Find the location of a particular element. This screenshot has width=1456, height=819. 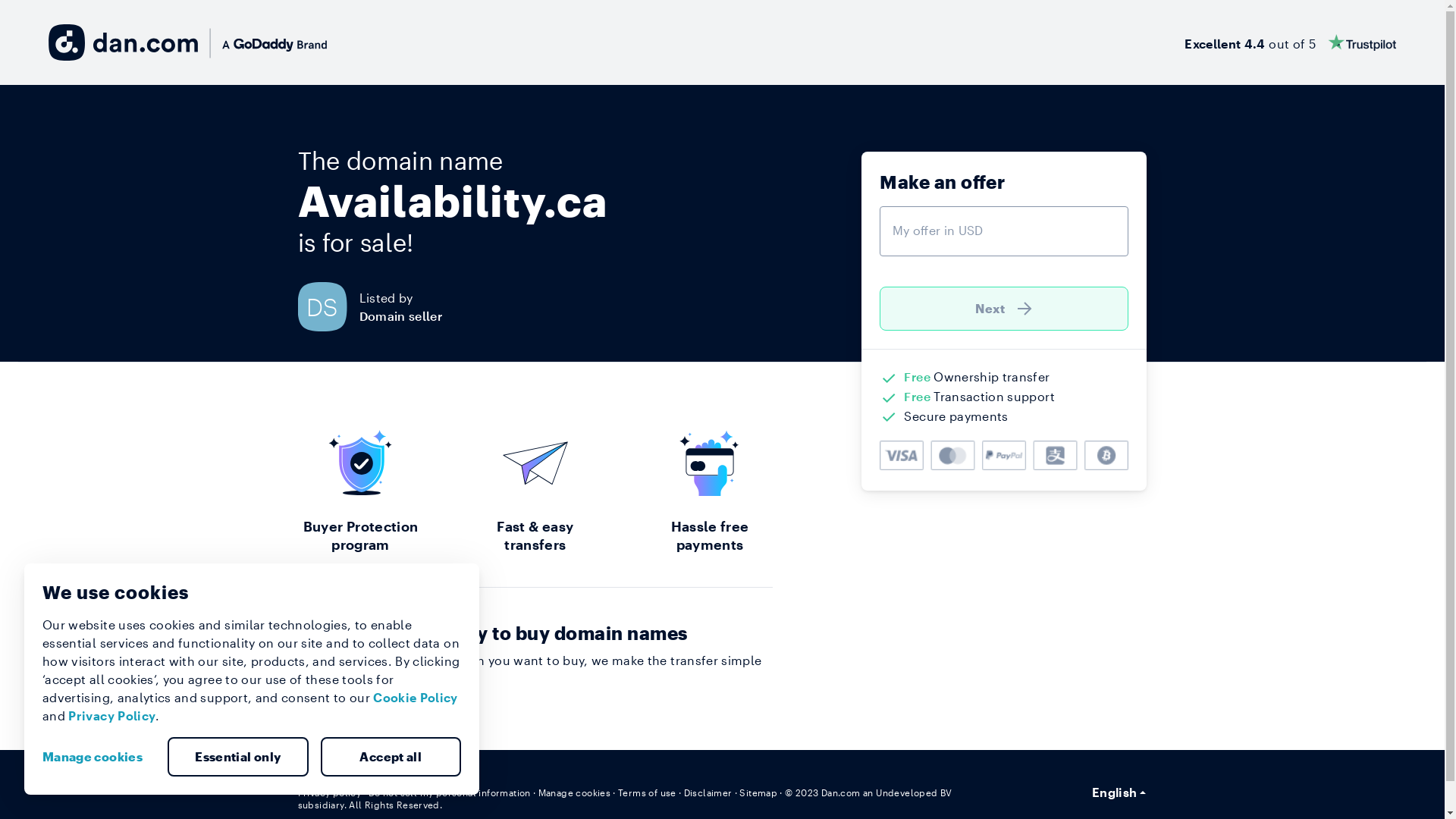

'Disclaimer' is located at coordinates (708, 792).